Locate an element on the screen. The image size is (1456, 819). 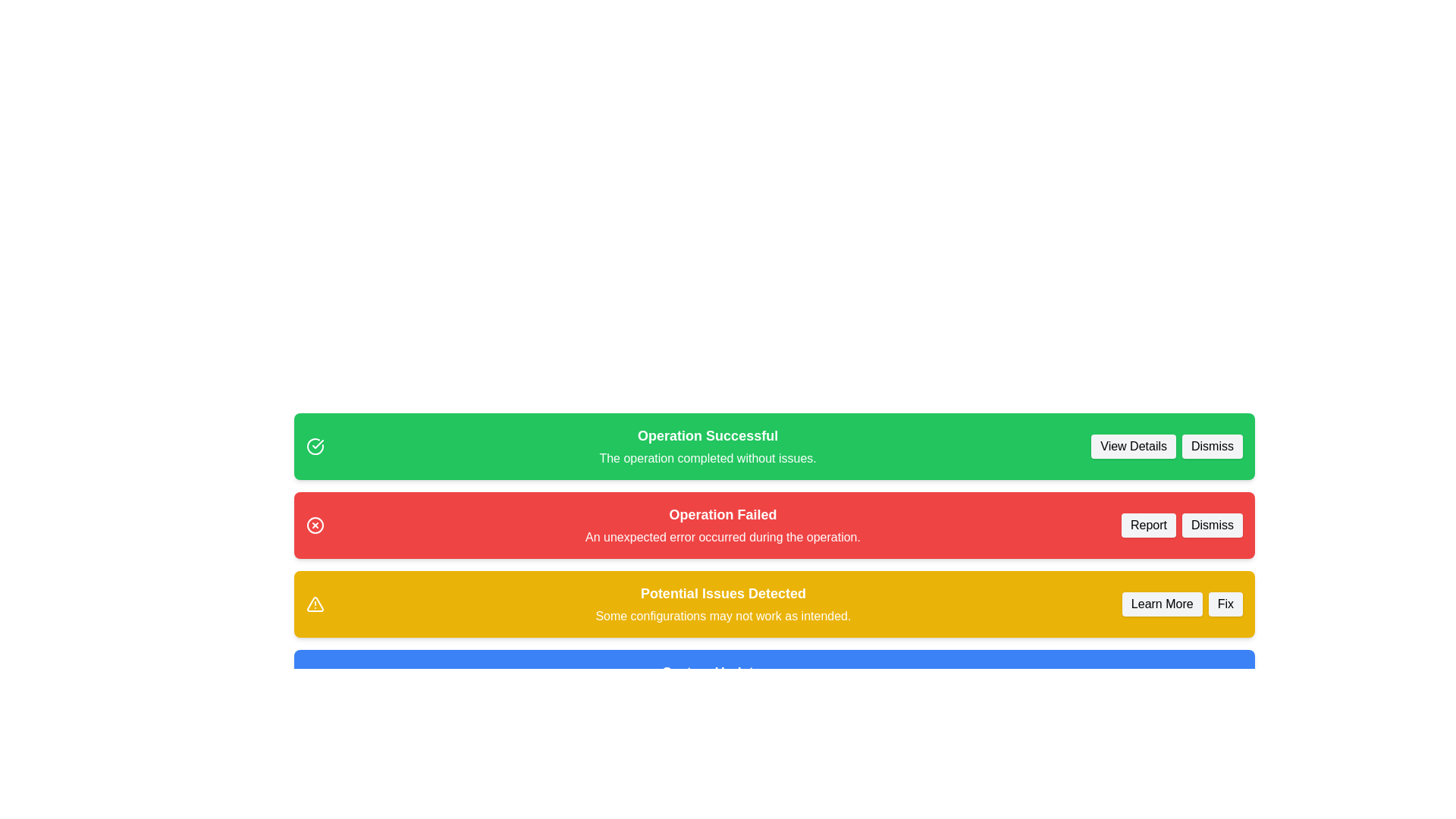
the 'Dismiss' button in the bottom right corner of the 'Operation Failed' notification card is located at coordinates (1181, 525).